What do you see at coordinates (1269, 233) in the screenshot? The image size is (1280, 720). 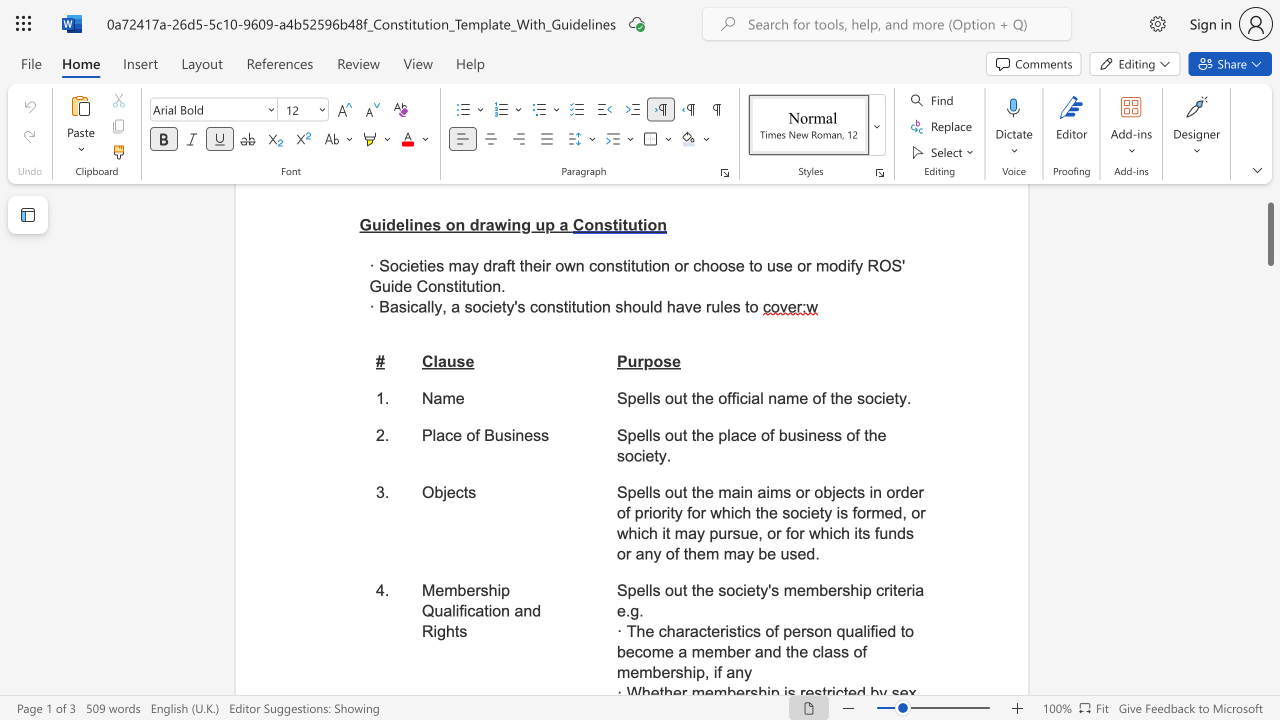 I see `the scrollbar and move up 80 pixels` at bounding box center [1269, 233].